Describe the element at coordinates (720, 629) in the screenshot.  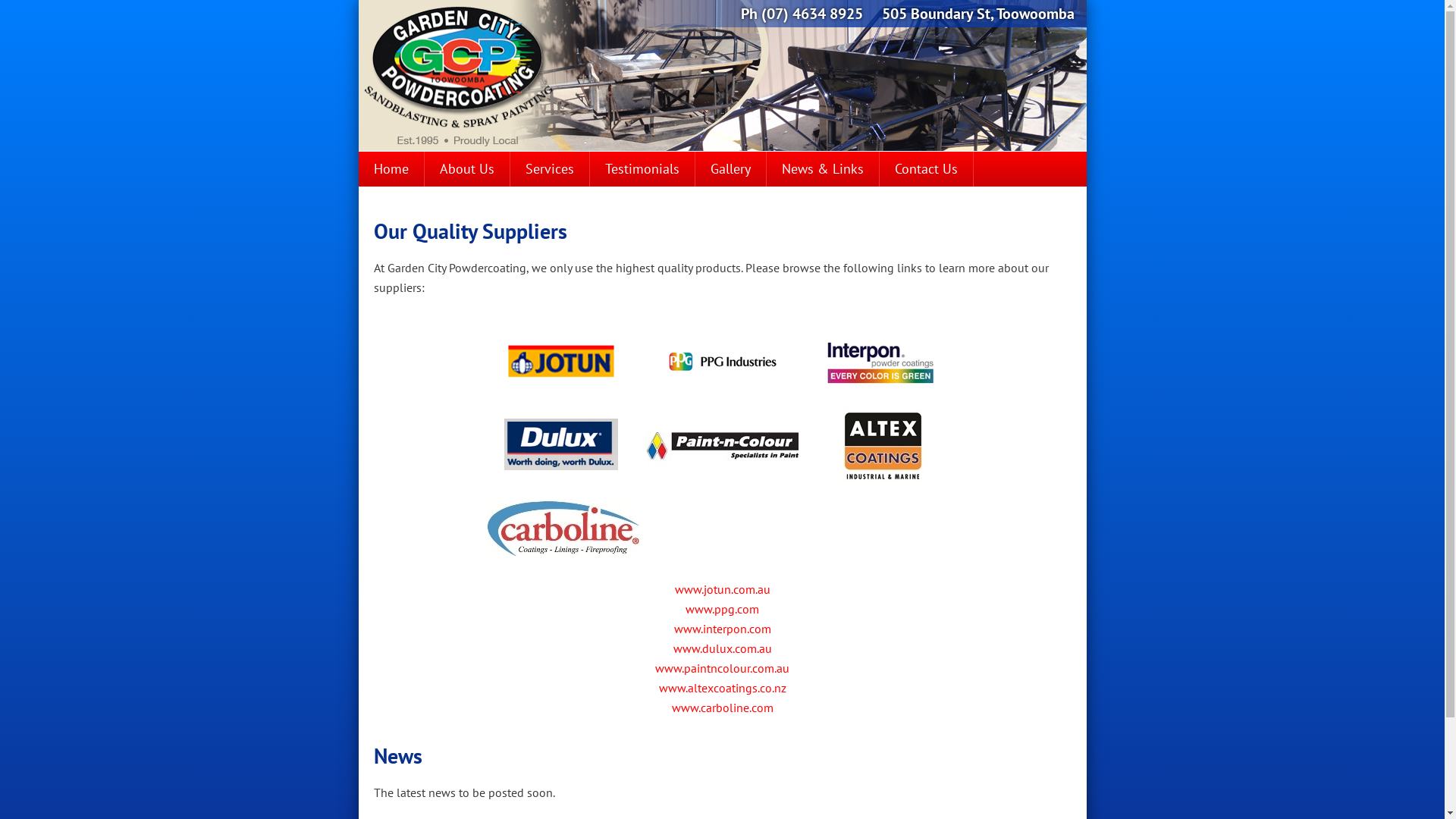
I see `'www.interpon.com'` at that location.